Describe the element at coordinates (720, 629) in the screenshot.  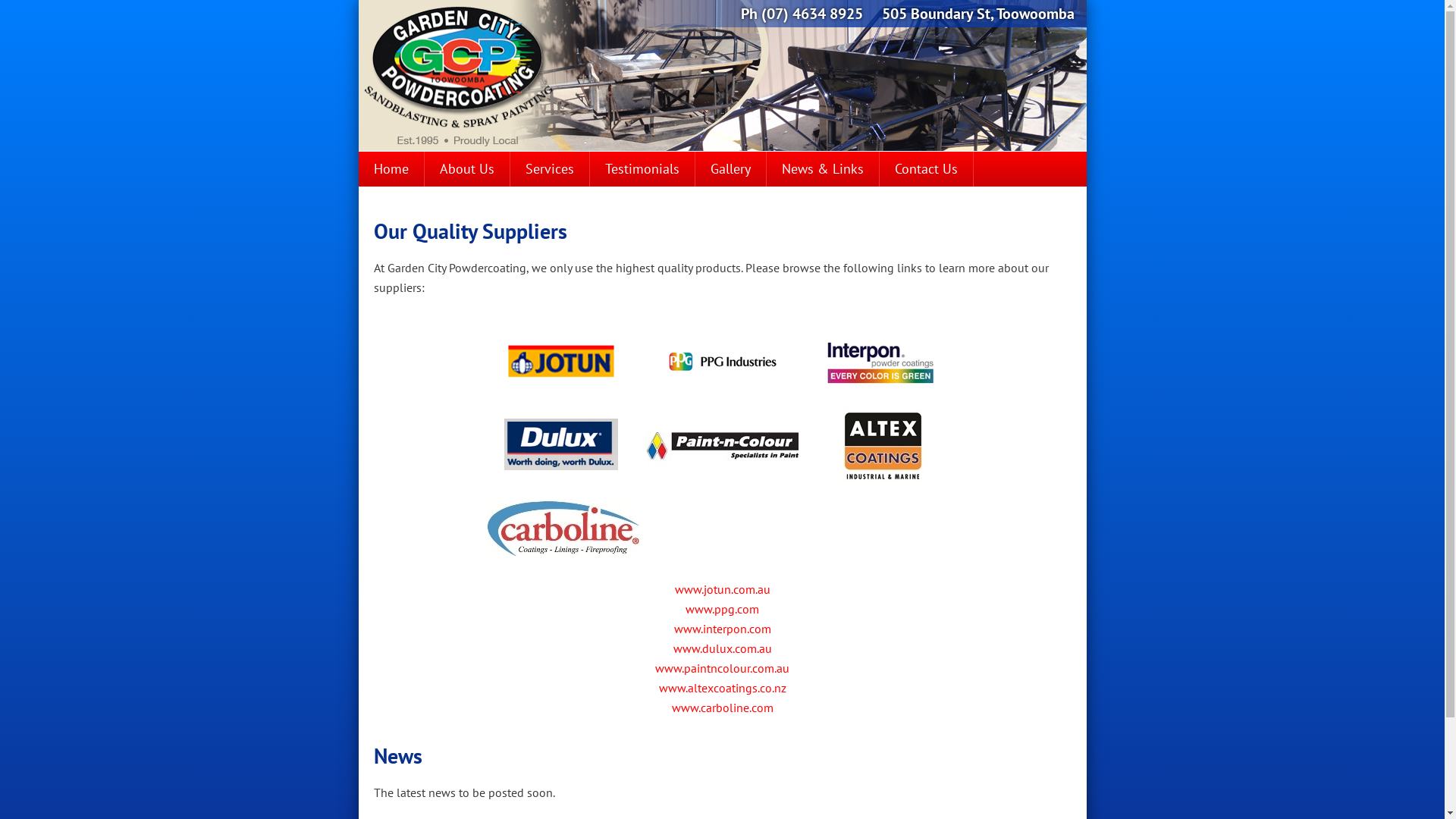
I see `'www.interpon.com'` at that location.